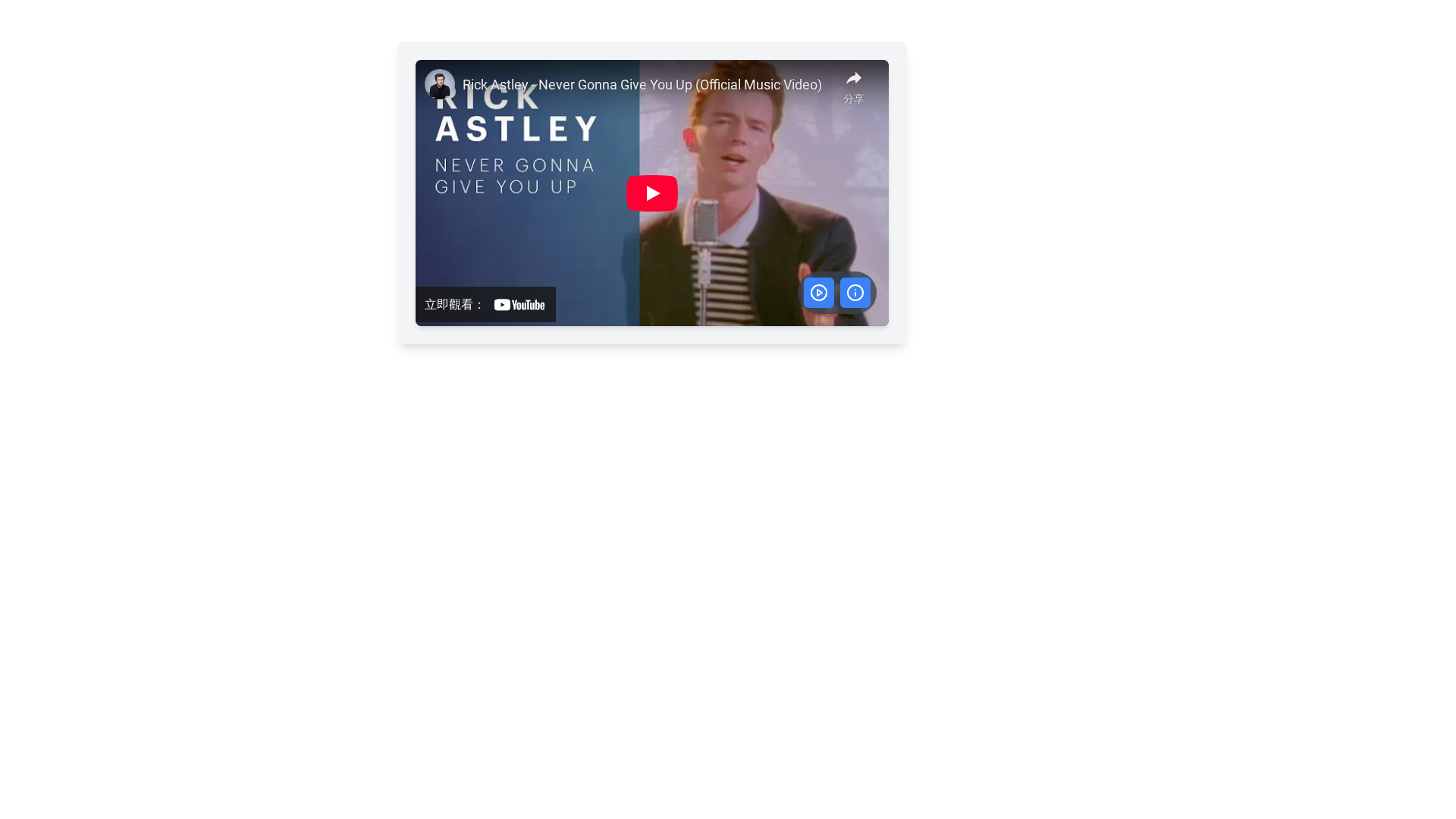  Describe the element at coordinates (817, 292) in the screenshot. I see `the circular outline of the play button icon located on the right side of the video thumbnail, which serves as its boundary` at that location.